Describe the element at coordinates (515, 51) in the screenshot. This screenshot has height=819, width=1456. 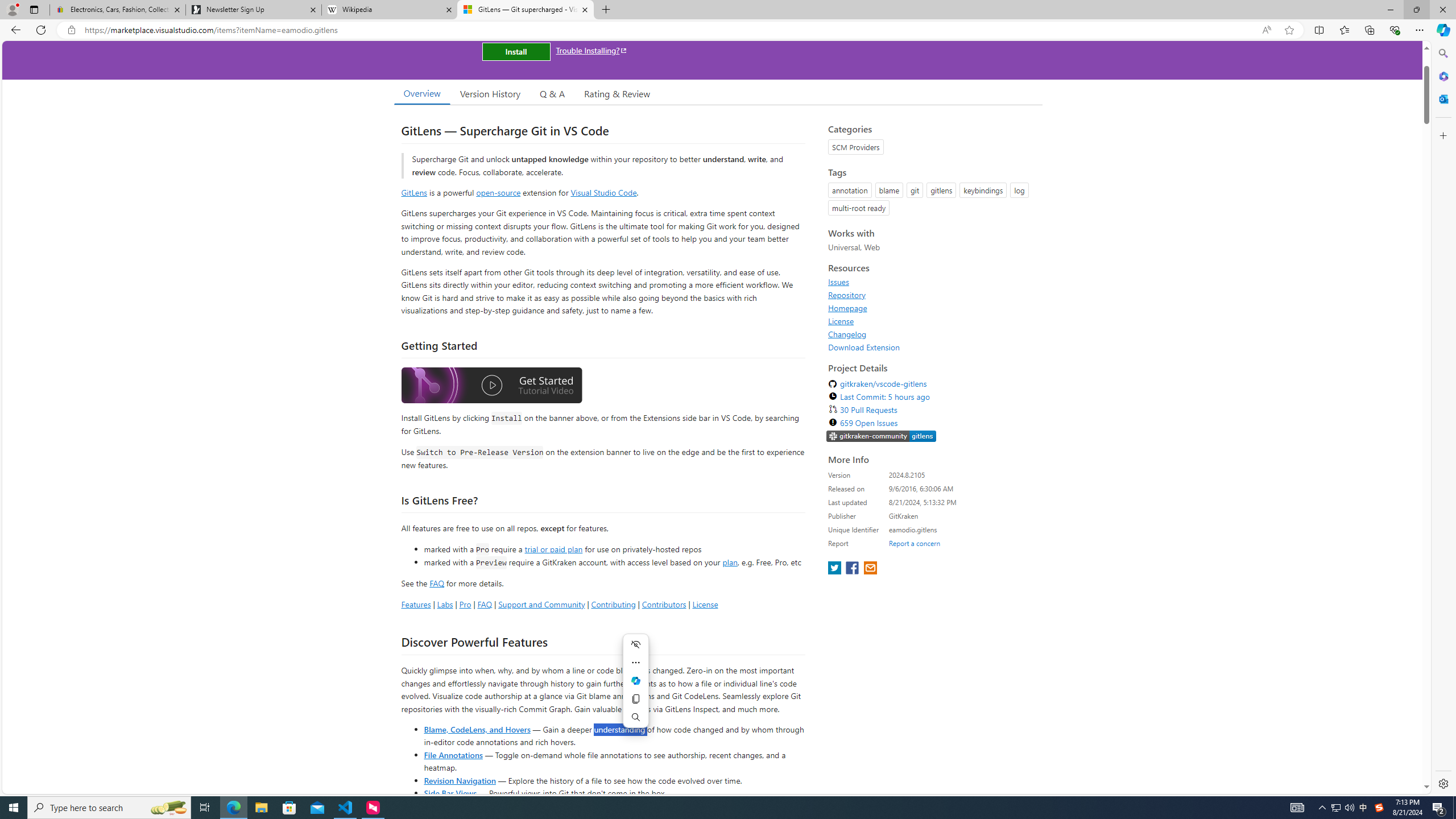
I see `'Install'` at that location.